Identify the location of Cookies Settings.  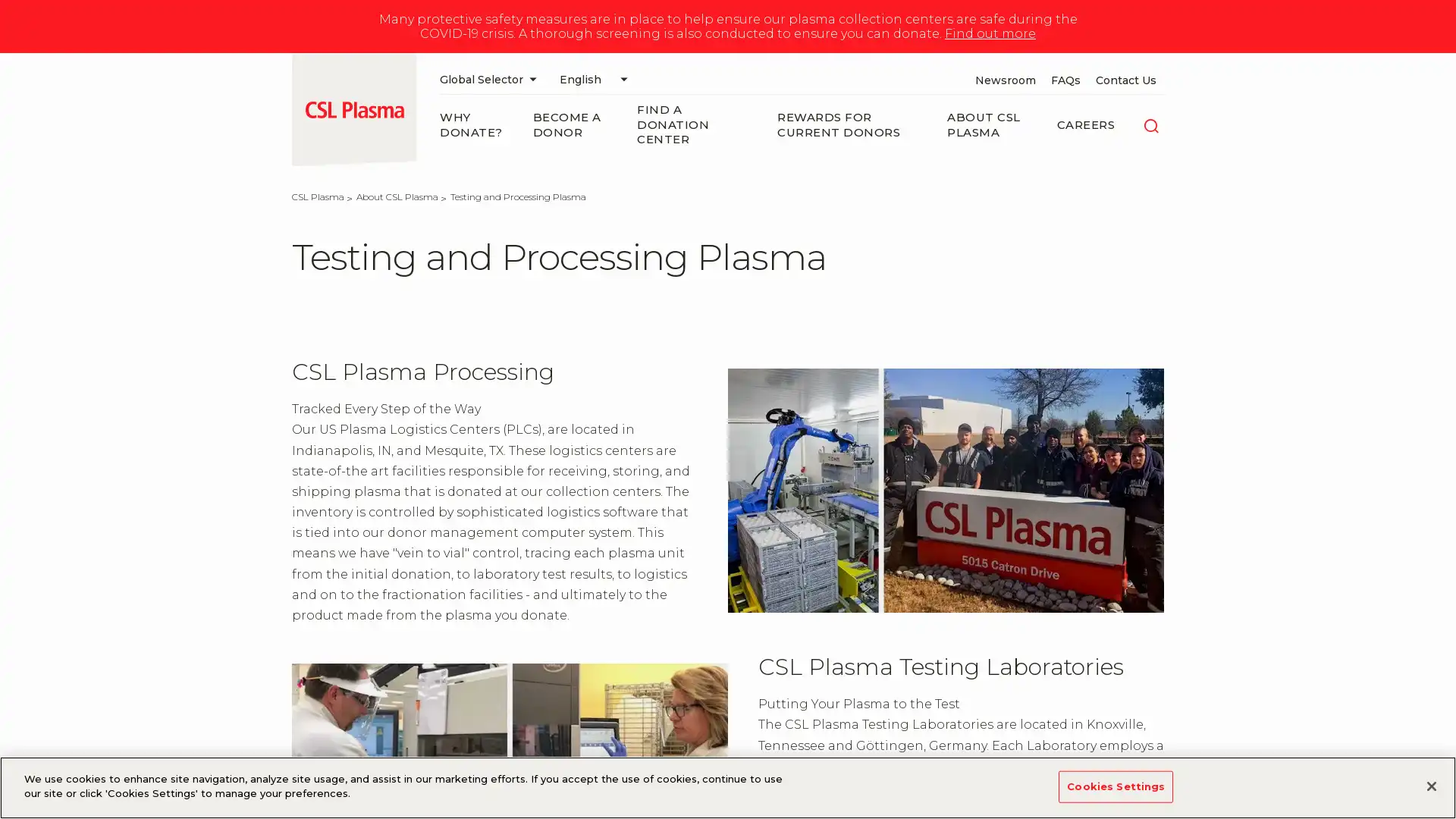
(1116, 786).